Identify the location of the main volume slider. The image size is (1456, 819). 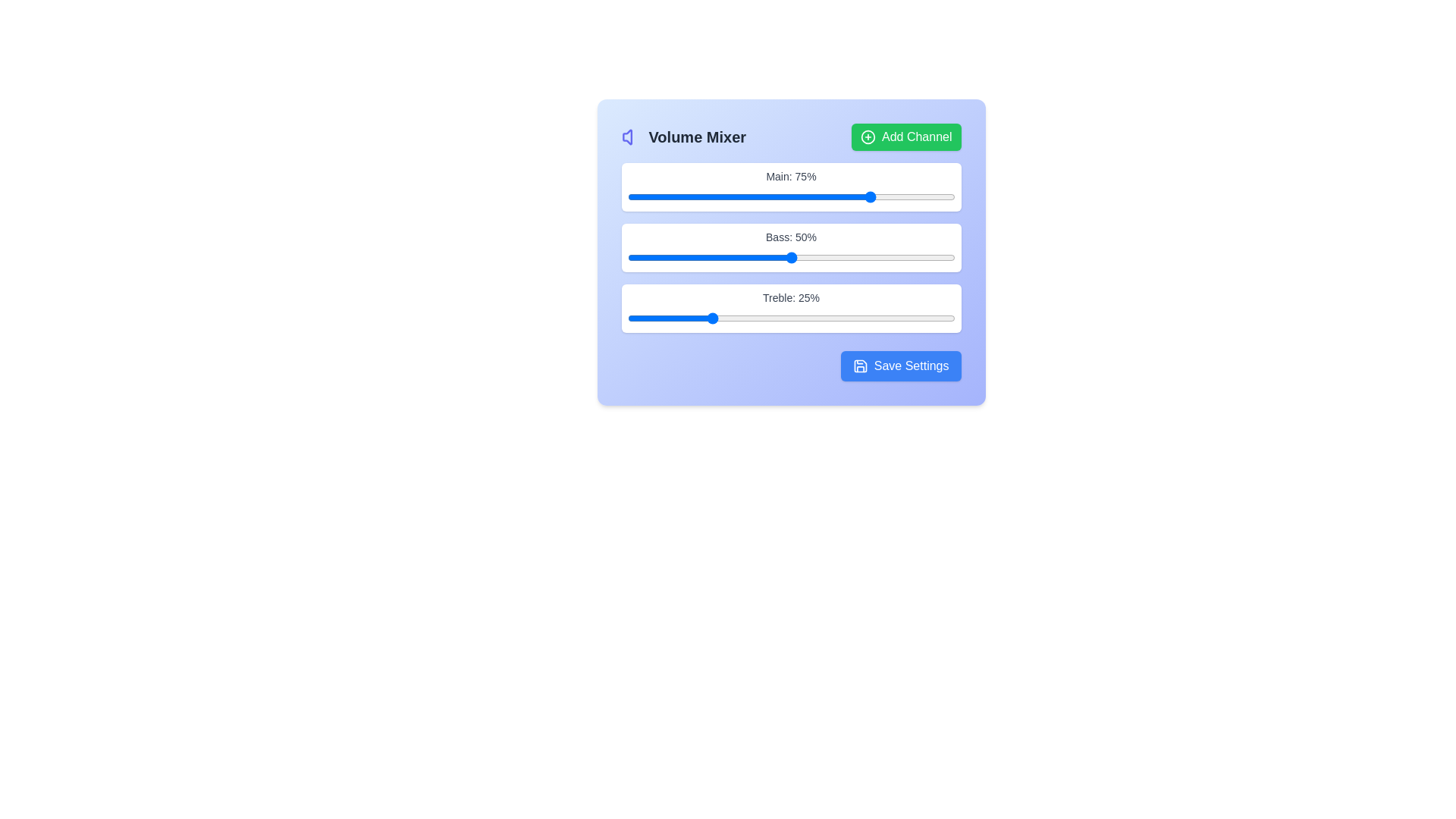
(748, 196).